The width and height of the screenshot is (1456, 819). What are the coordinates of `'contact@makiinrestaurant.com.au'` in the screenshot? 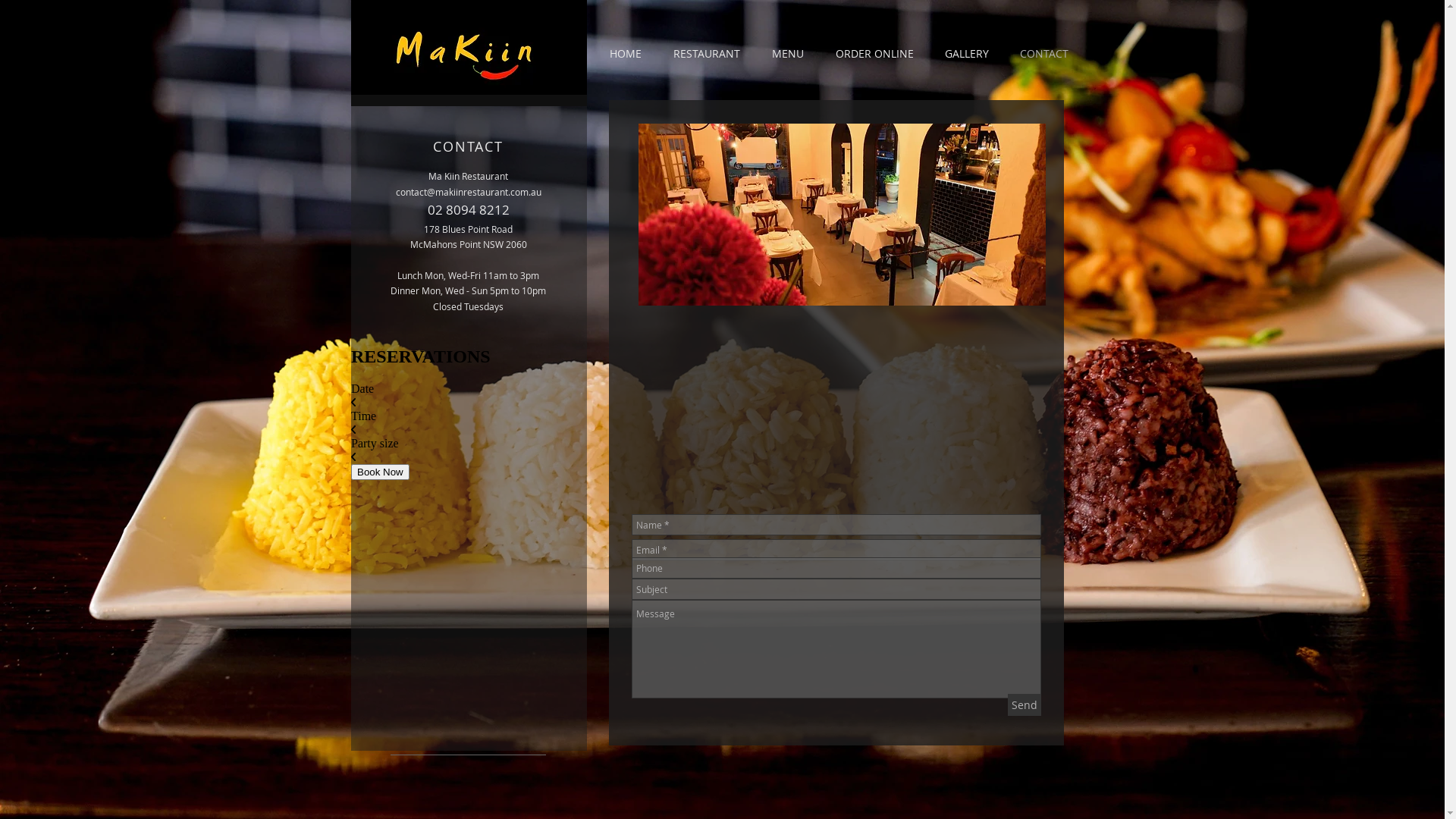 It's located at (468, 191).